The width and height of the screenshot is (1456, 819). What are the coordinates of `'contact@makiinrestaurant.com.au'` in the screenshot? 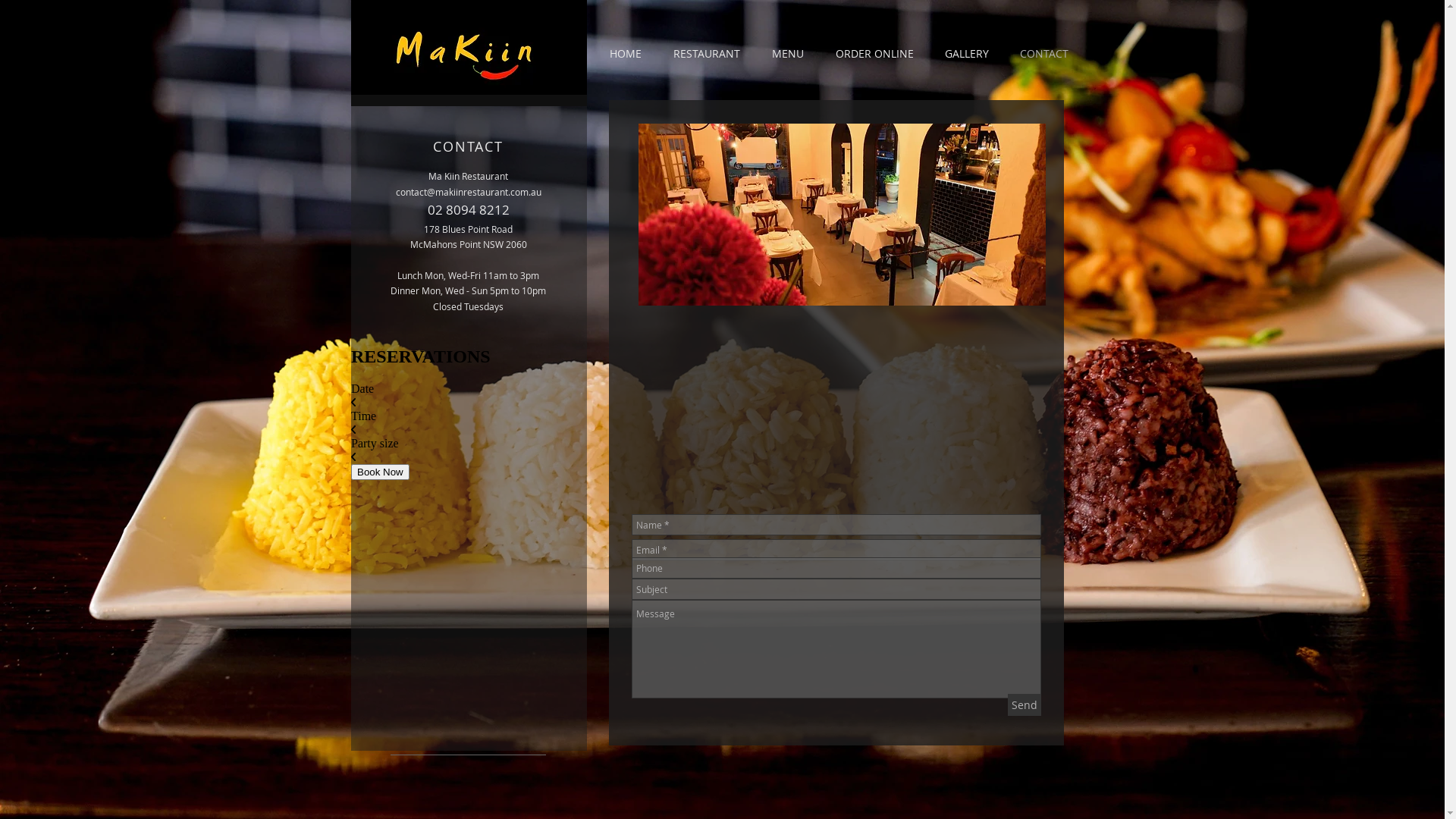 It's located at (468, 191).